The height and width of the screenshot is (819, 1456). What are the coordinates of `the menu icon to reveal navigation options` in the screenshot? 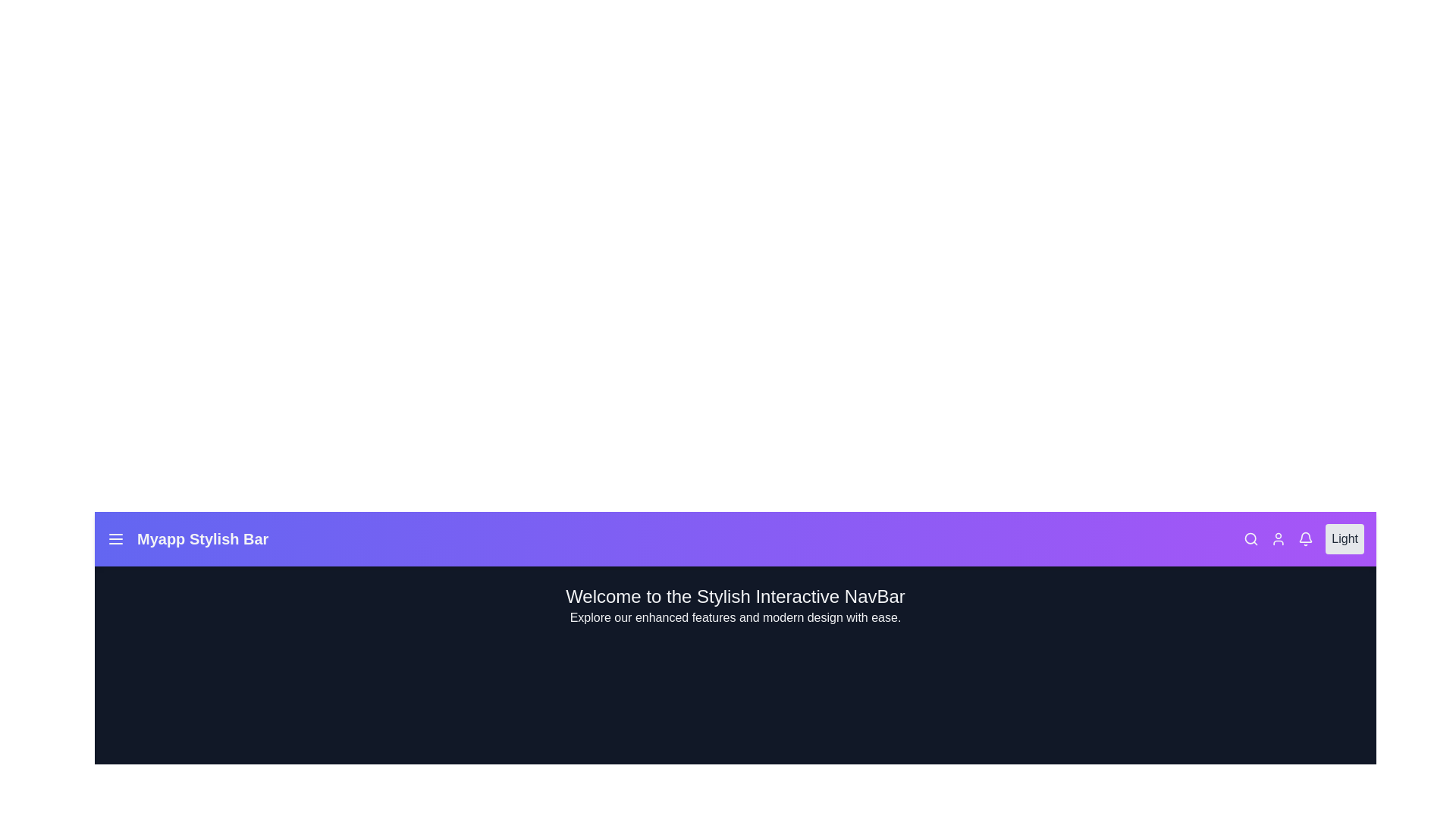 It's located at (115, 538).